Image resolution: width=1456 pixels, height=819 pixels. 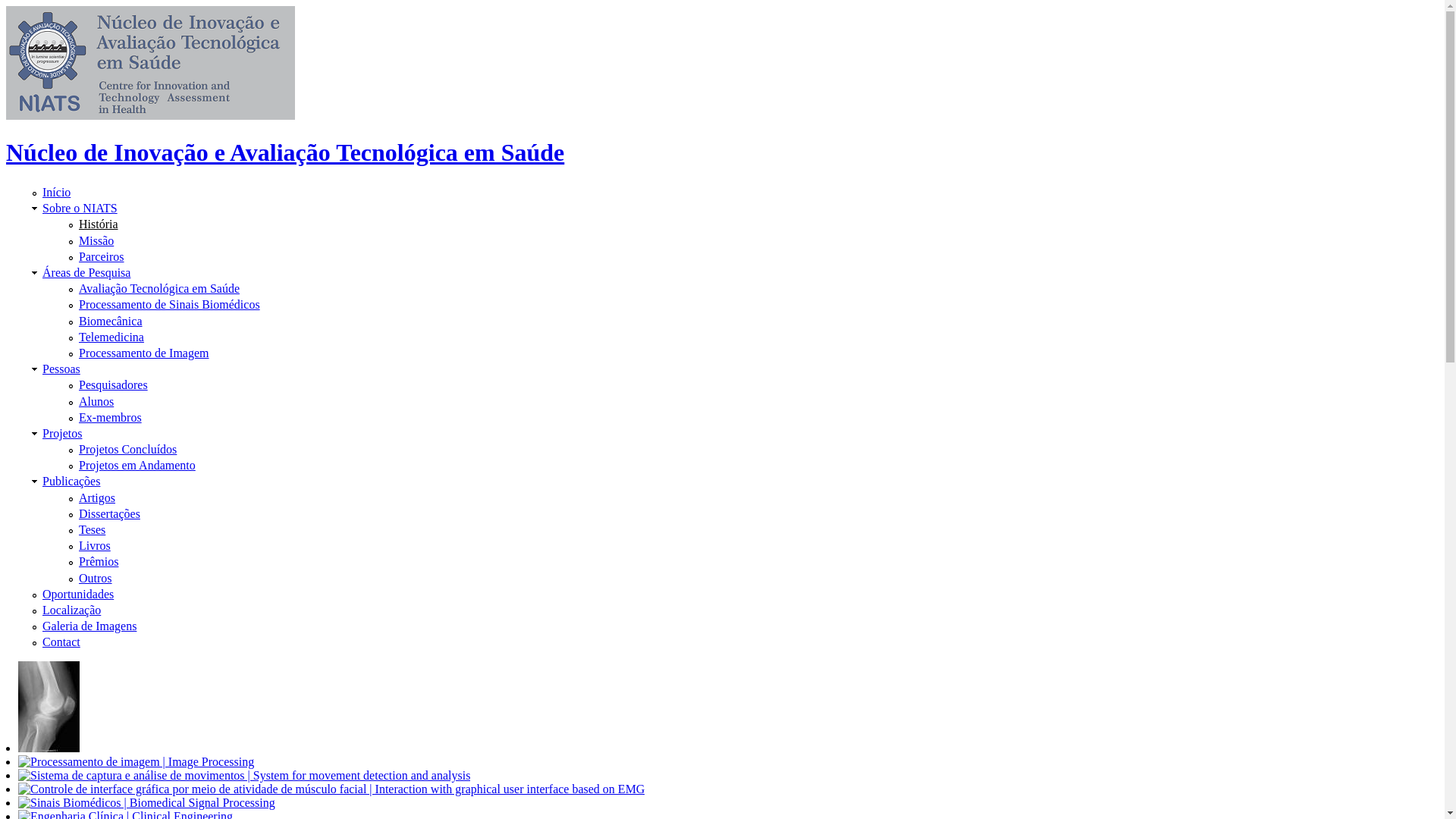 What do you see at coordinates (93, 544) in the screenshot?
I see `'Livros'` at bounding box center [93, 544].